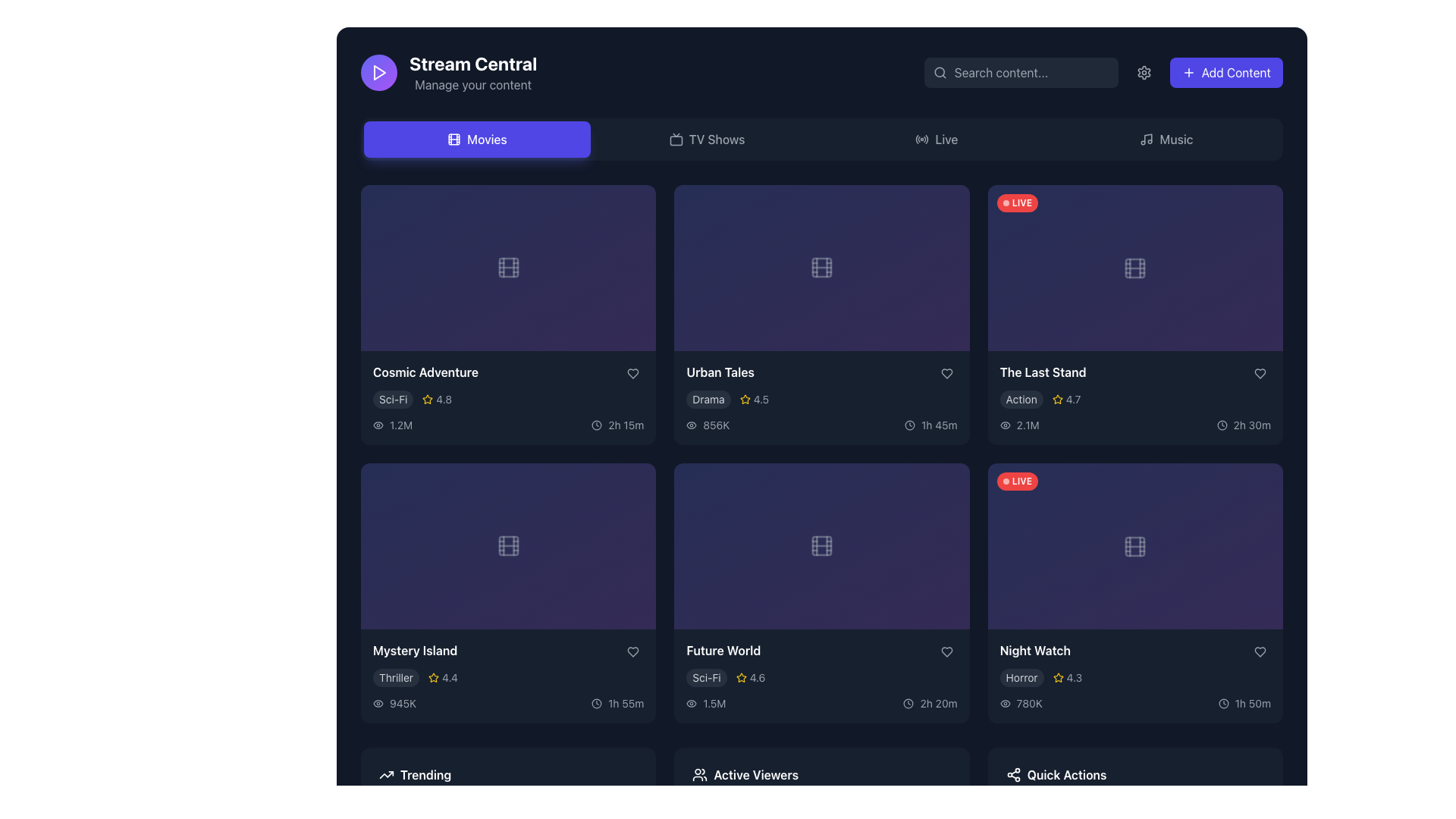 Image resolution: width=1456 pixels, height=819 pixels. What do you see at coordinates (1260, 651) in the screenshot?
I see `the heart-shaped icon button located at the bottom-right of the 'Night Watch' movie card to like or favorite the associated content` at bounding box center [1260, 651].